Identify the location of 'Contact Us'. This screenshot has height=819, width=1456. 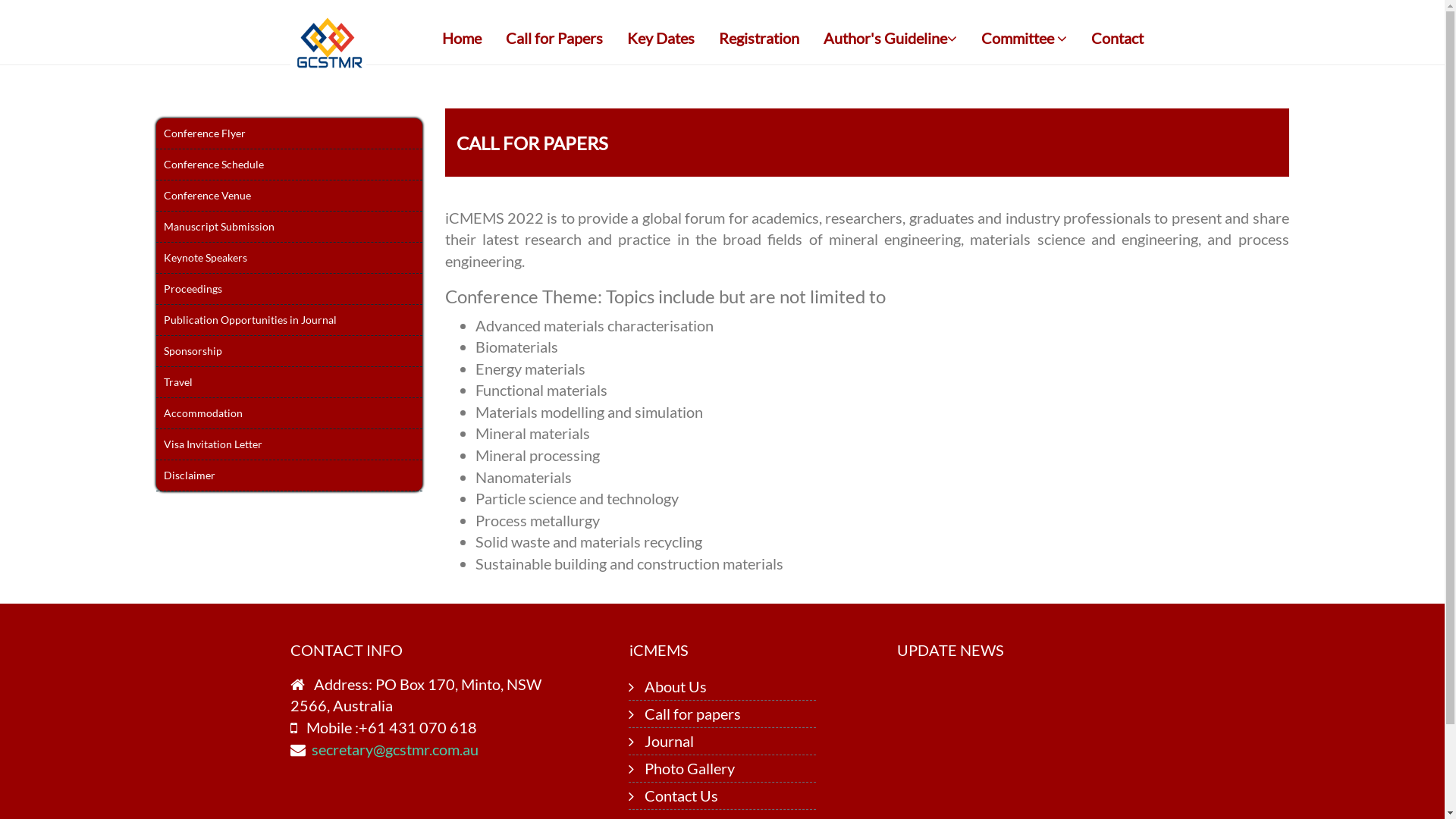
(680, 795).